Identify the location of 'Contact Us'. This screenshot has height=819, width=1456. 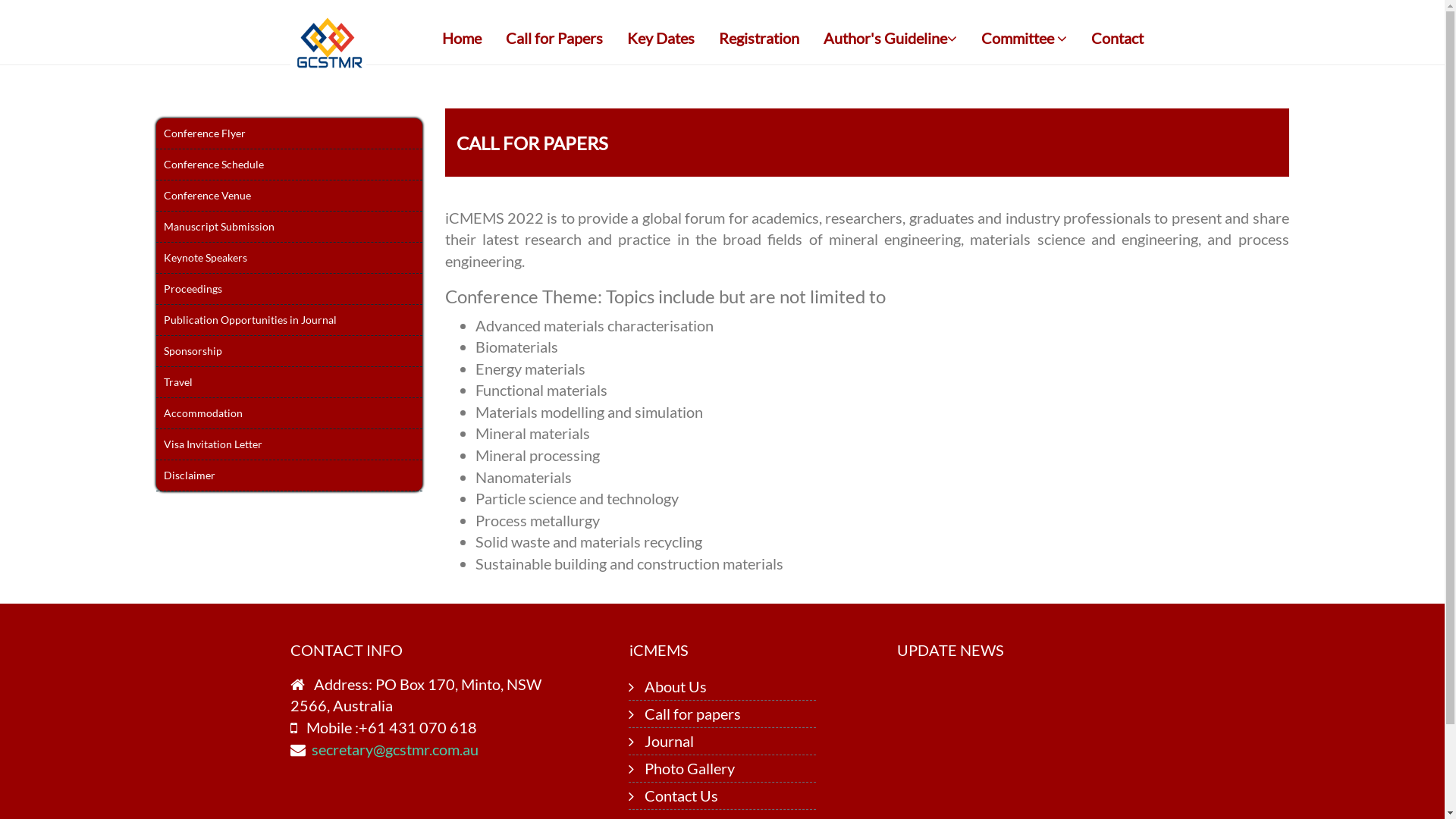
(680, 795).